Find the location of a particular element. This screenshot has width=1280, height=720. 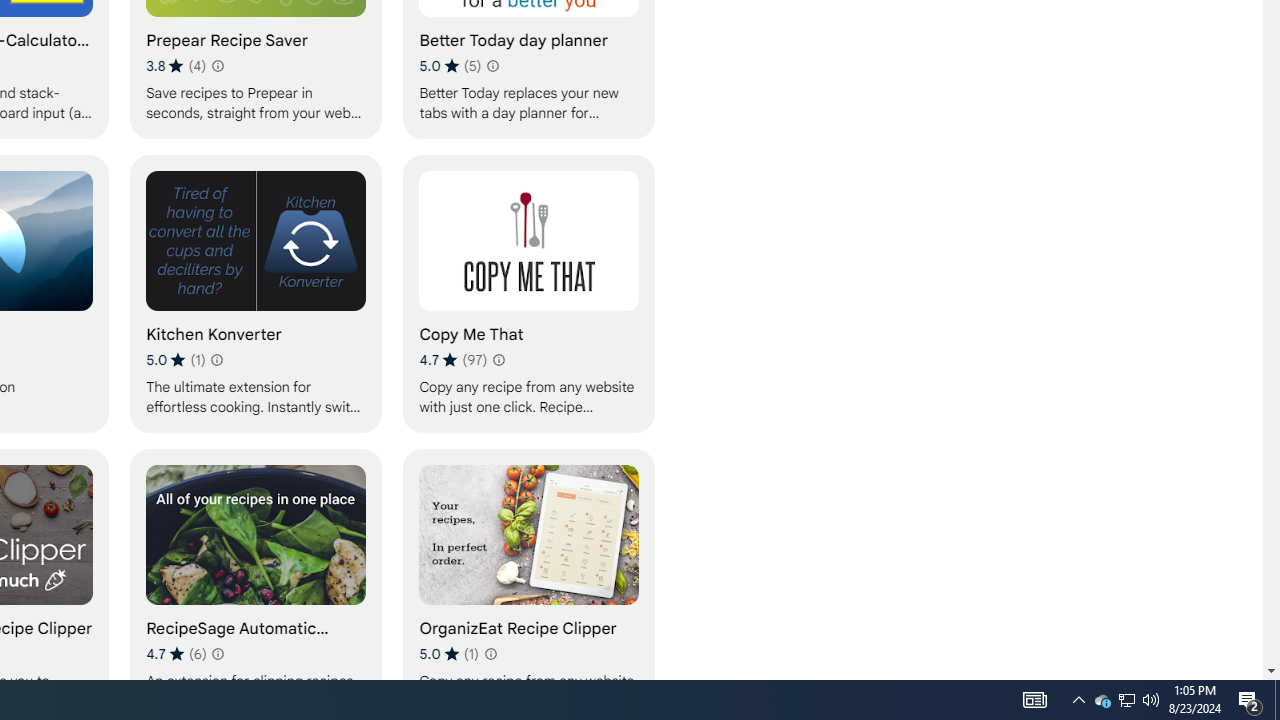

'Learn more about results and reviews "Copy Me That"' is located at coordinates (498, 360).